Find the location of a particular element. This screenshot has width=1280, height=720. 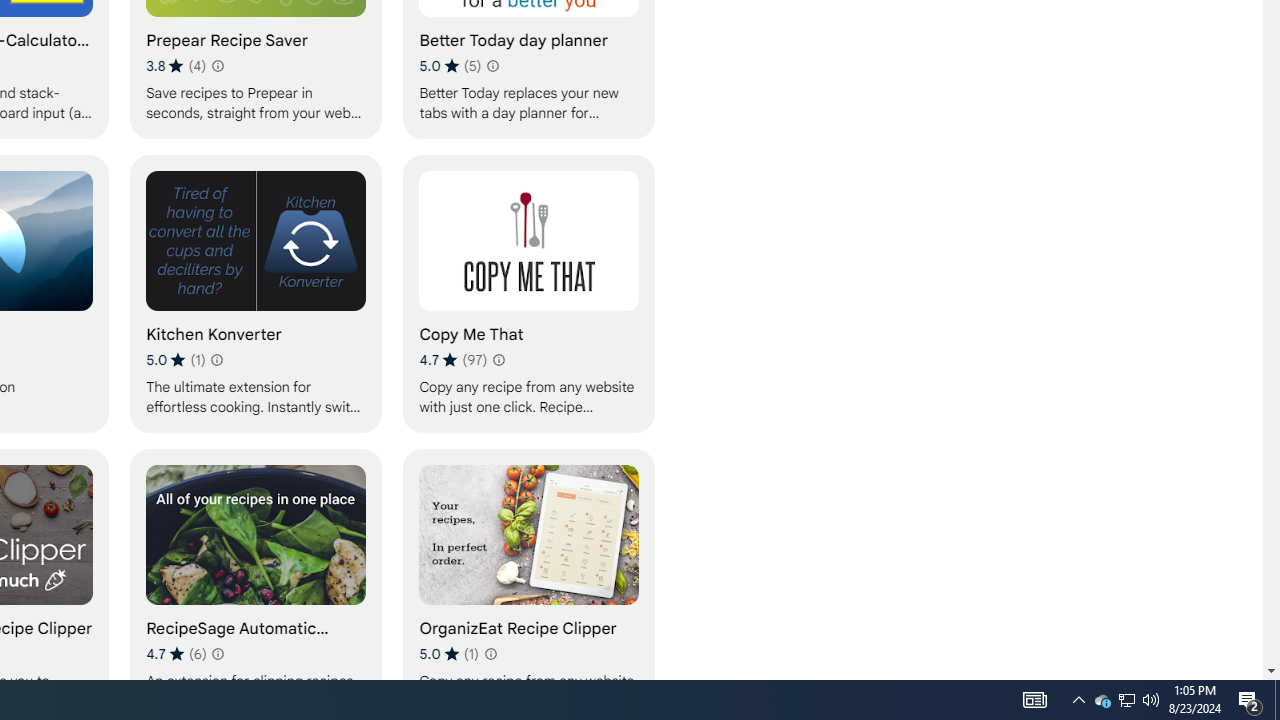

'Learn more about results and reviews "Copy Me That"' is located at coordinates (498, 360).